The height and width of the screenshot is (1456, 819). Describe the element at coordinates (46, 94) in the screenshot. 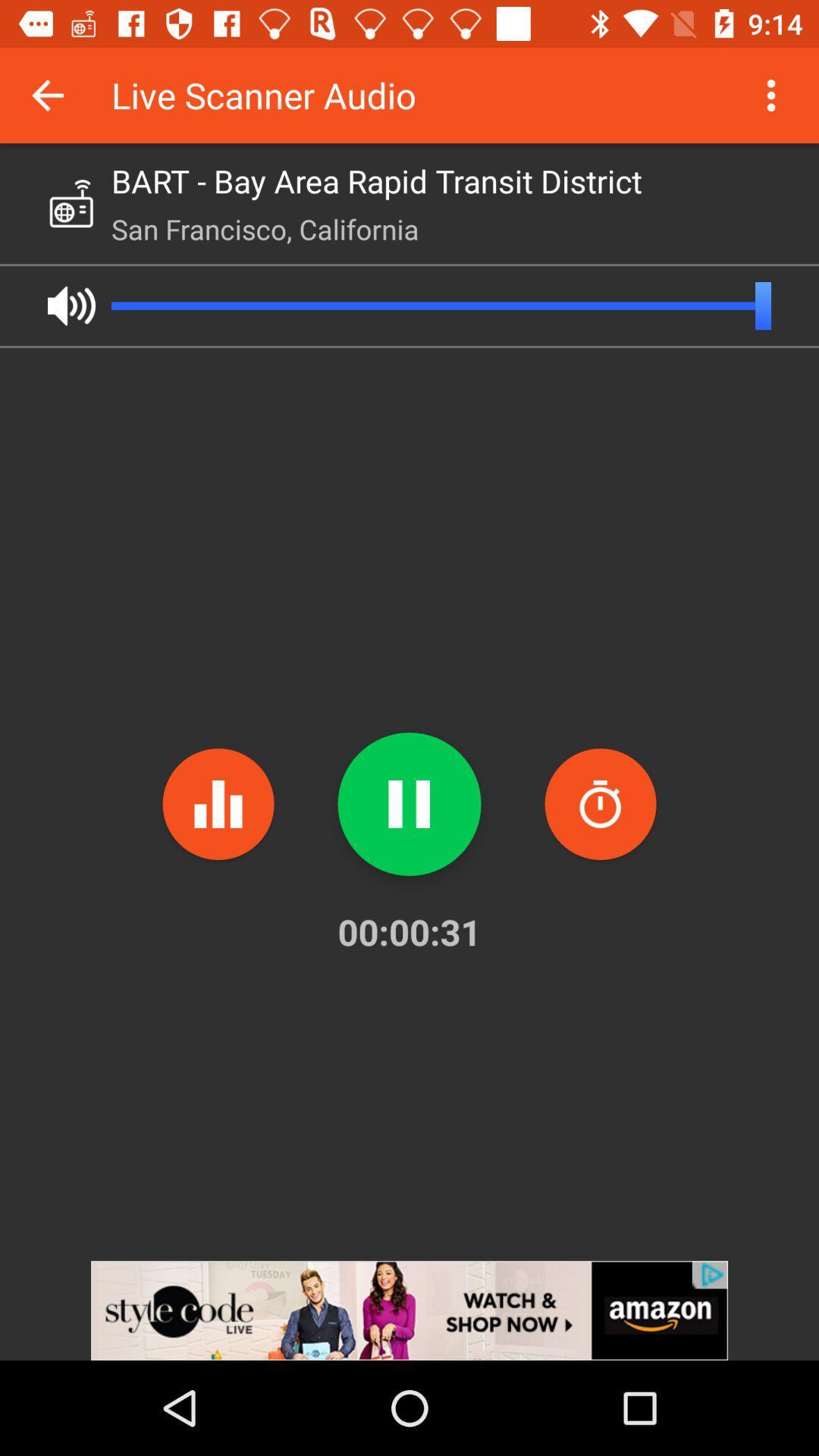

I see `go back` at that location.